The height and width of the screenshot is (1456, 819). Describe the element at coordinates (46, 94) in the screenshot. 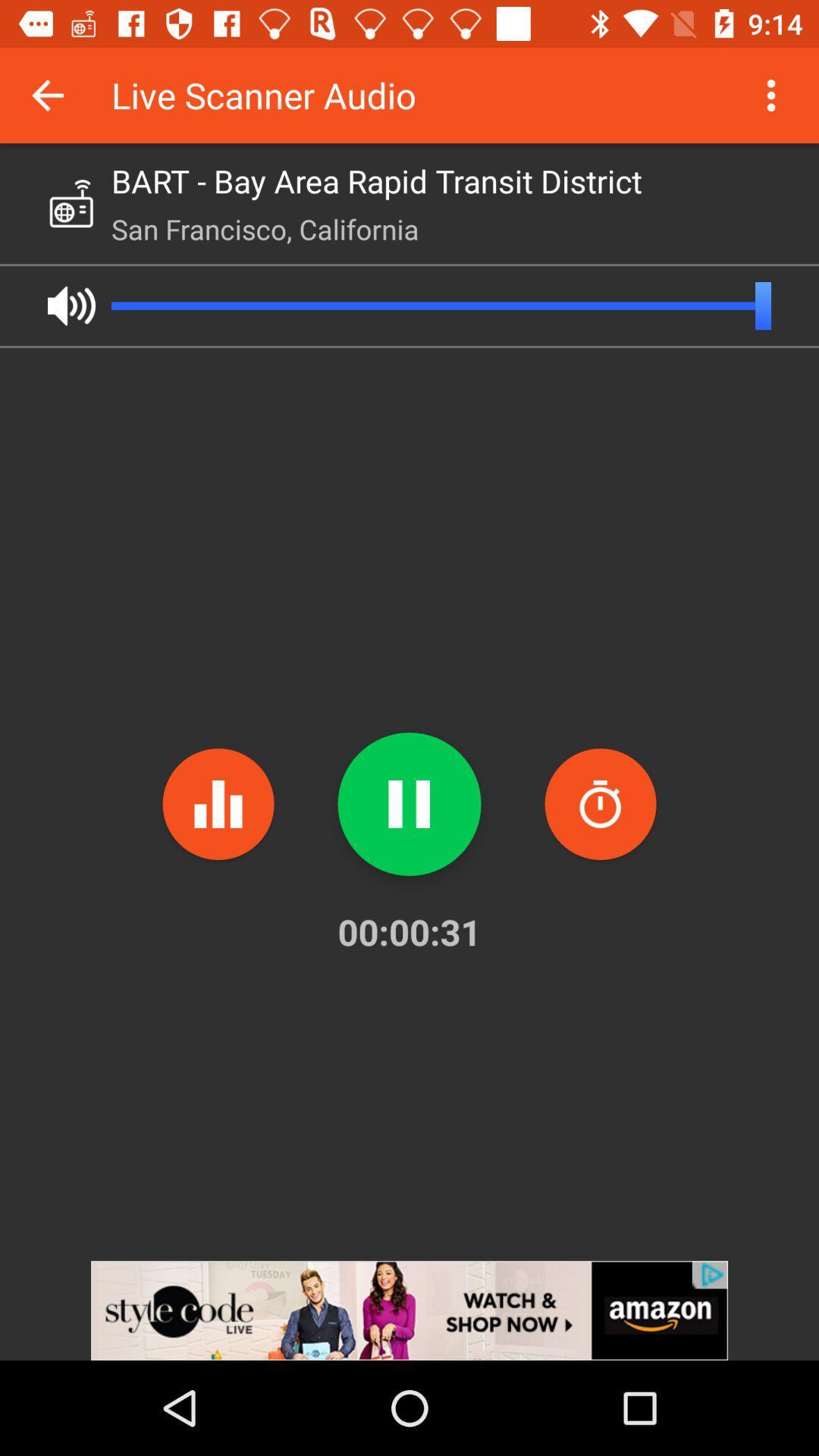

I see `go back` at that location.